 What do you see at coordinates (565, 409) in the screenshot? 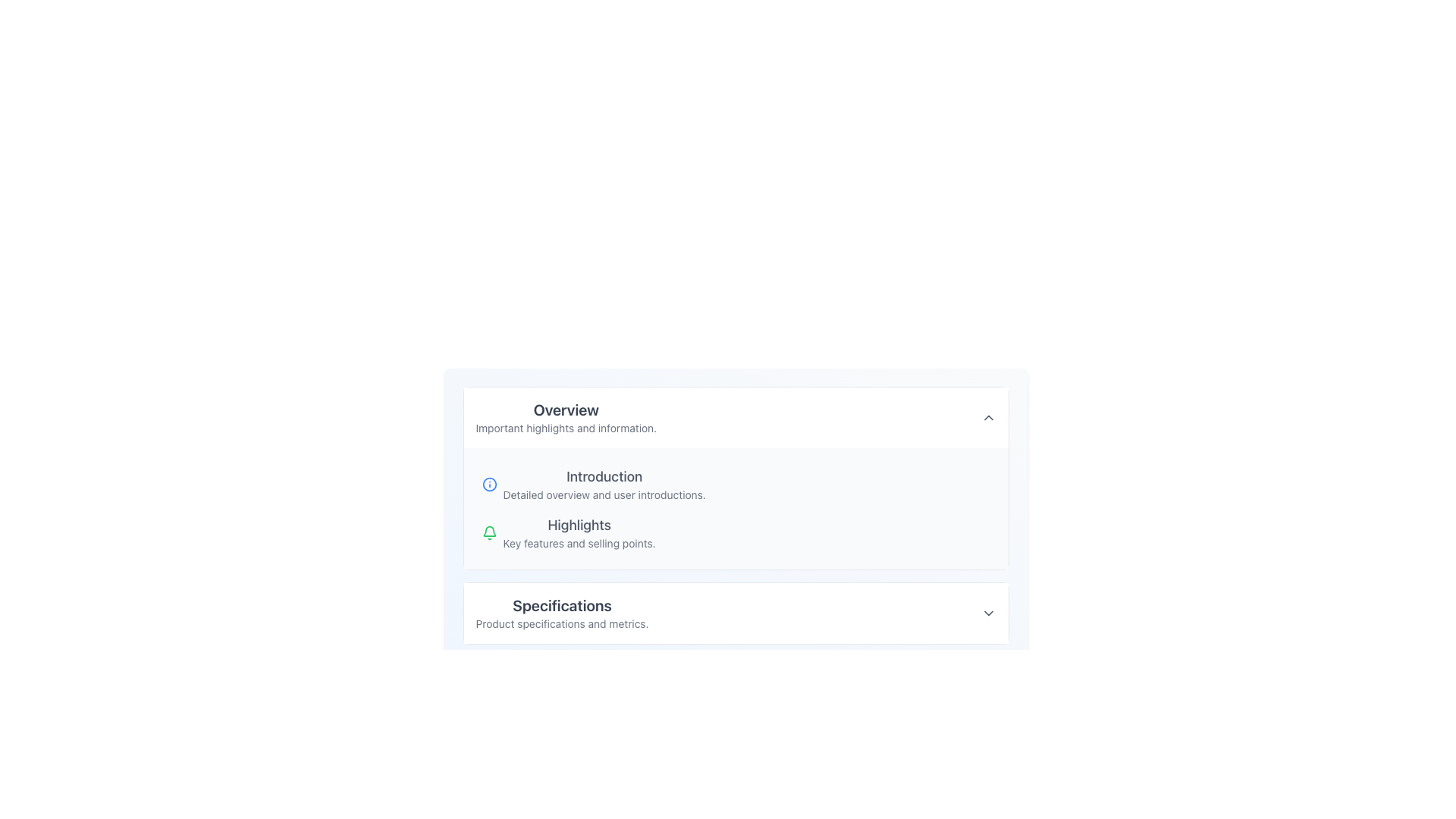
I see `the text label displaying 'Overview', which is styled in bold and larger dark gray font, located near the top of the section providing a summary` at bounding box center [565, 409].